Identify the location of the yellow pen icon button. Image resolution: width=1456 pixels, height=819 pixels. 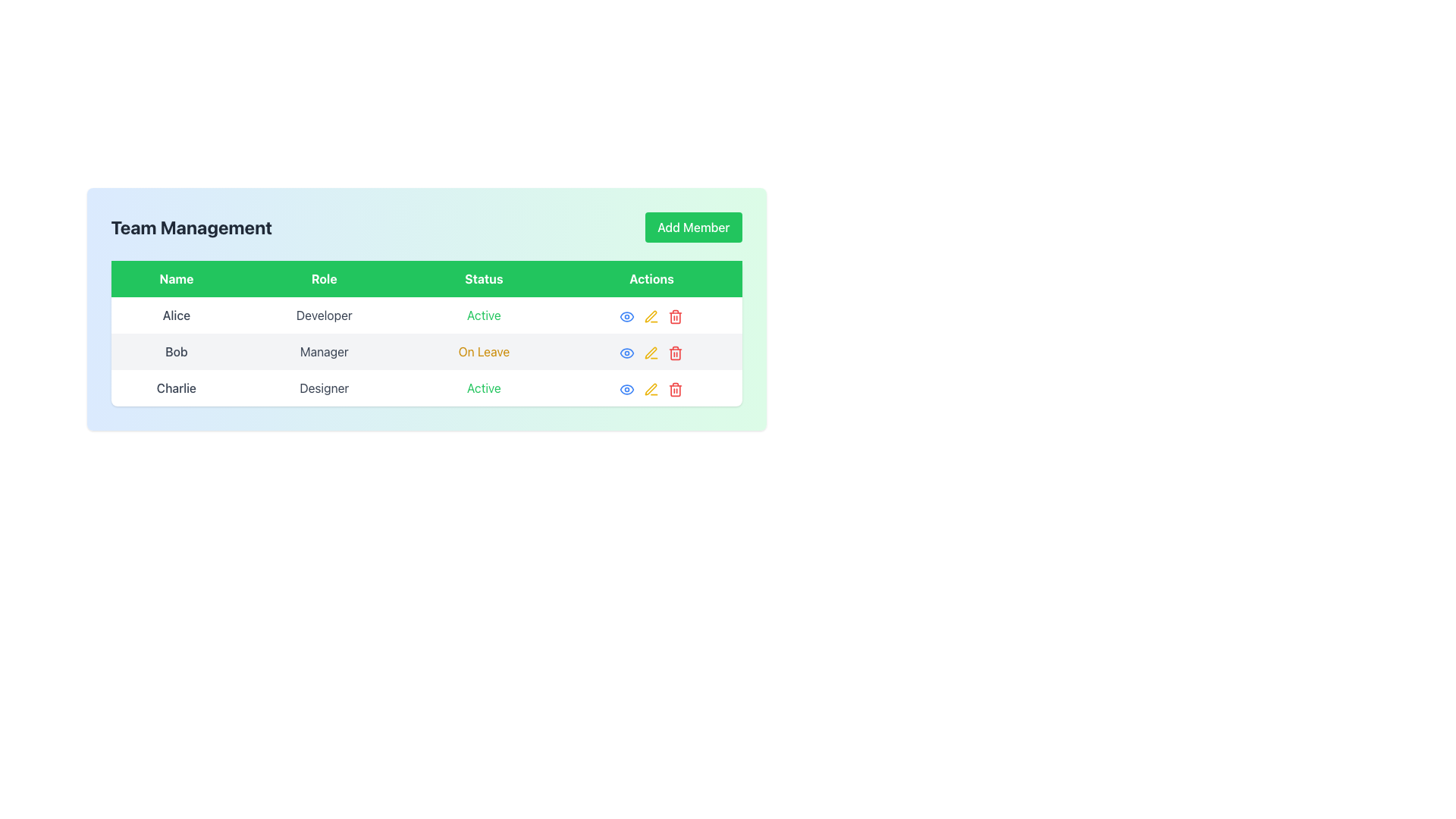
(651, 351).